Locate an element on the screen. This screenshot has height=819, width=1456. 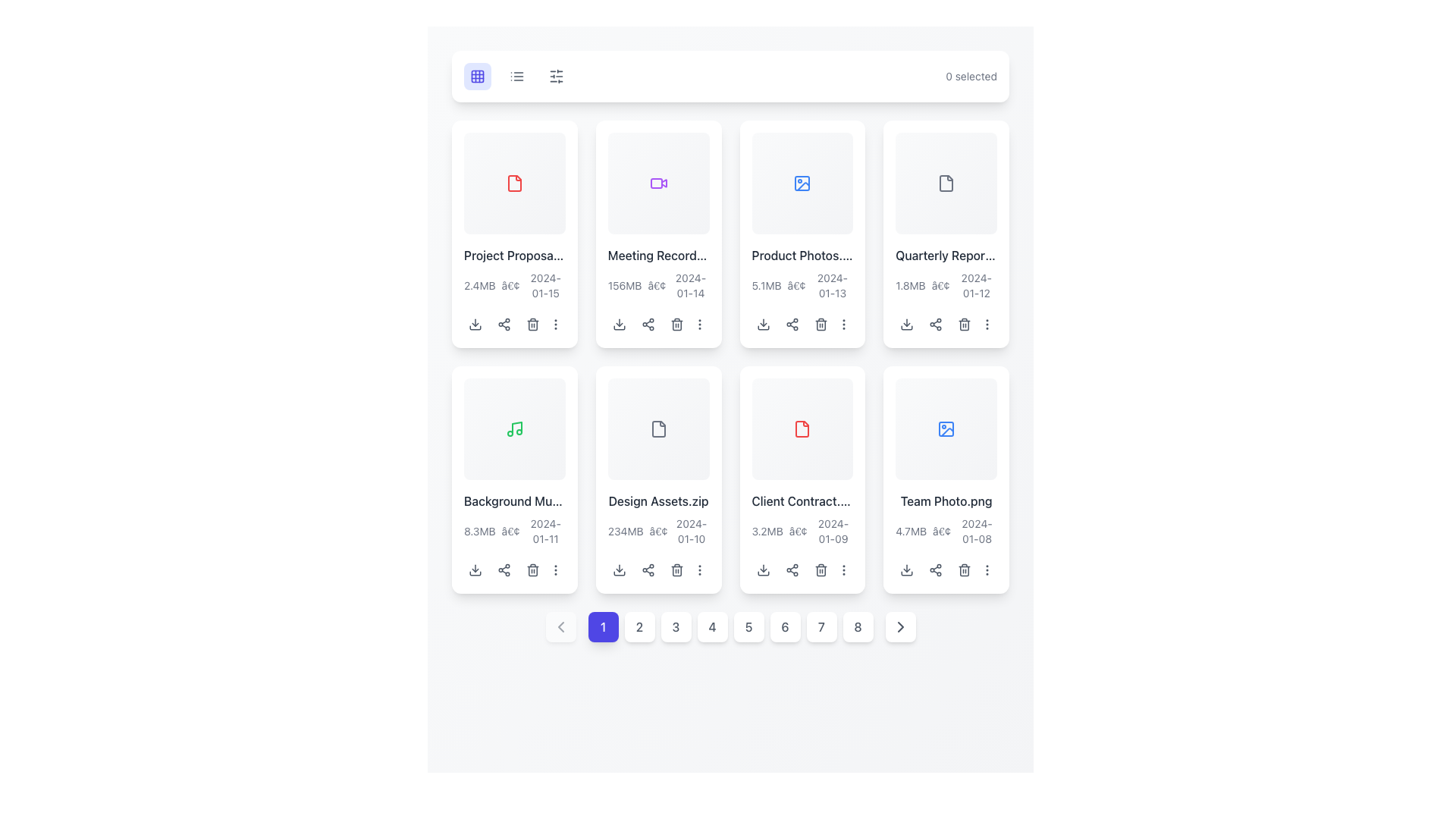
the download icon button located at the bottom-left corner of the fourth card in the second row of the grid layout to download the associated file is located at coordinates (907, 323).